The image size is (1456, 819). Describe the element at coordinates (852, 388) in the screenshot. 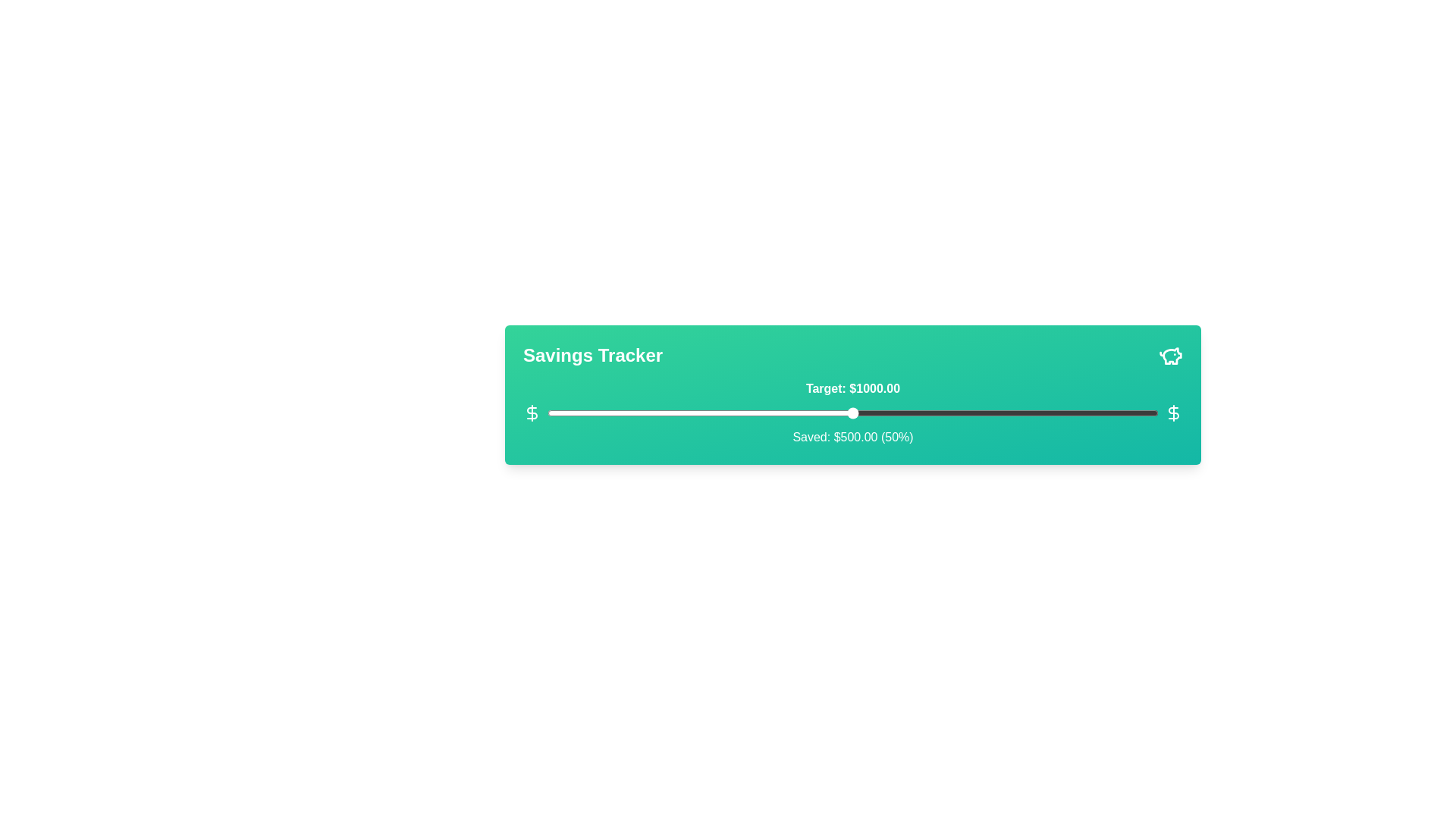

I see `the text label displaying 'Target: $1000.00' in bold white font on a green background, located at the upper part of the savings tracker interface` at that location.